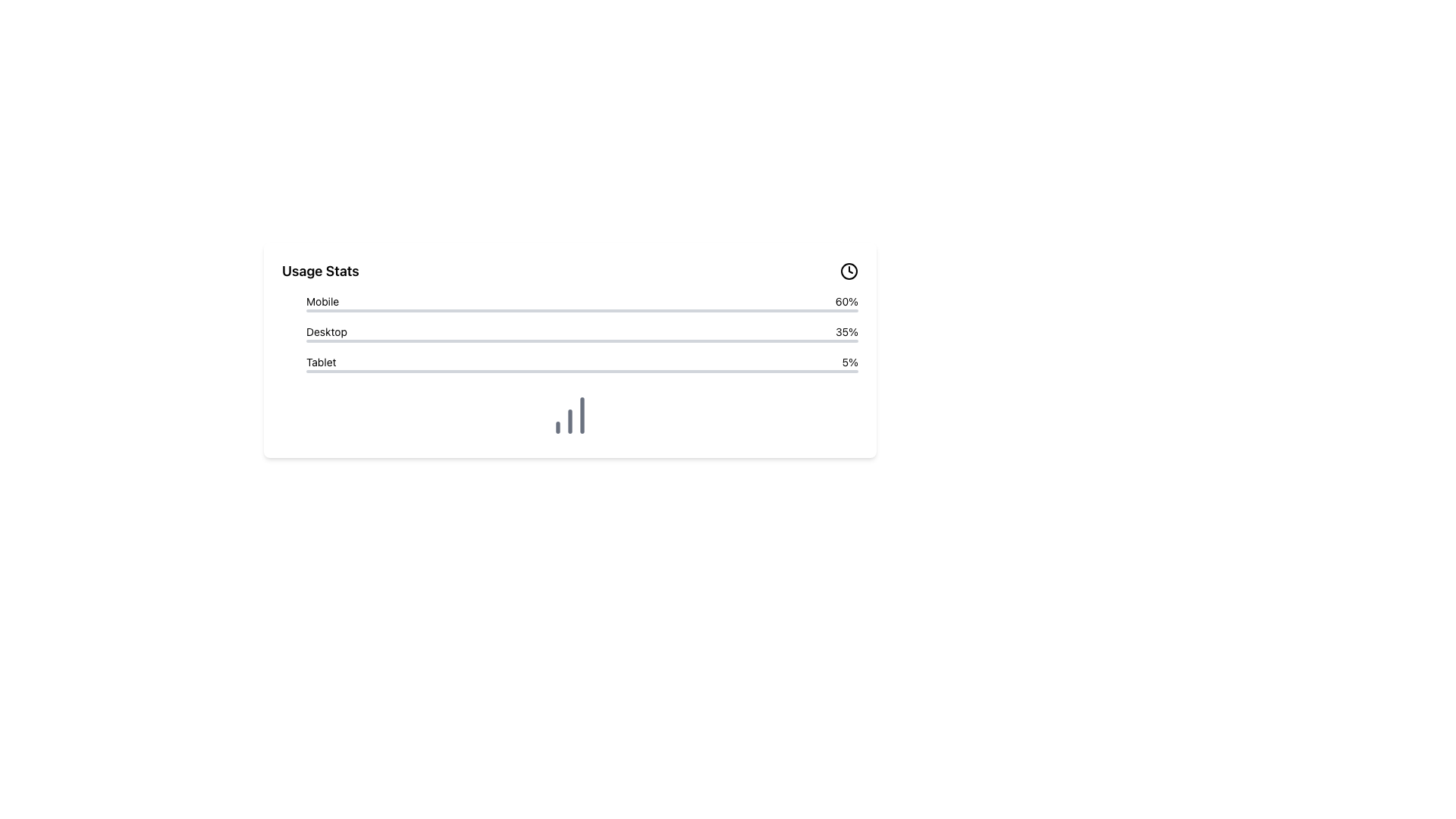  Describe the element at coordinates (848, 271) in the screenshot. I see `the decorative or informational icon located at the top-right corner of the 'Usage Stats' section, positioned after the title 'Usage Stats.'` at that location.